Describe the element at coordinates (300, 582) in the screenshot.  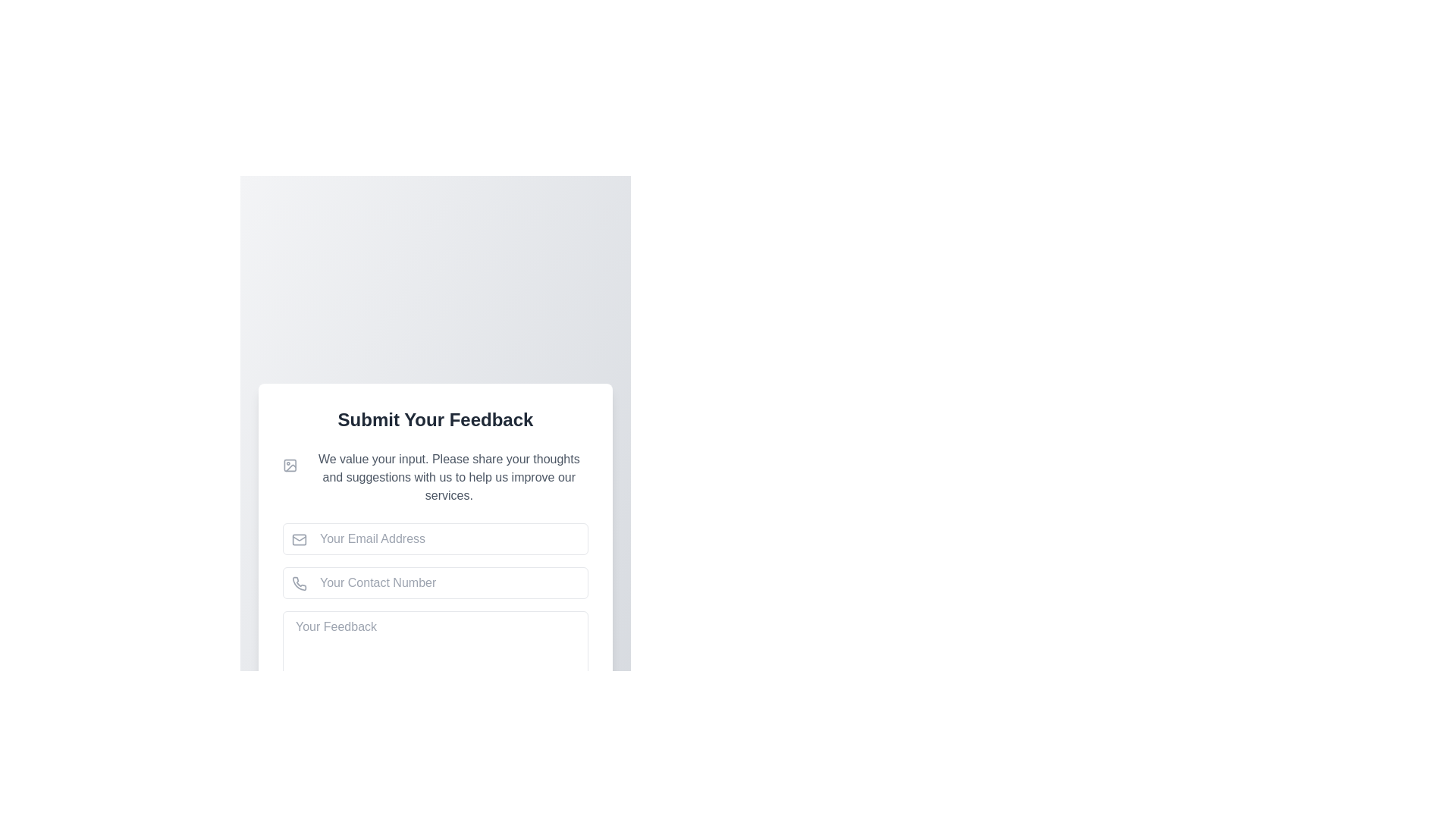
I see `the phone icon, which is a minimalist outline style icon located to the left of the 'Your Contact Number' text field, serving as a visual indicator for the field's purpose` at that location.